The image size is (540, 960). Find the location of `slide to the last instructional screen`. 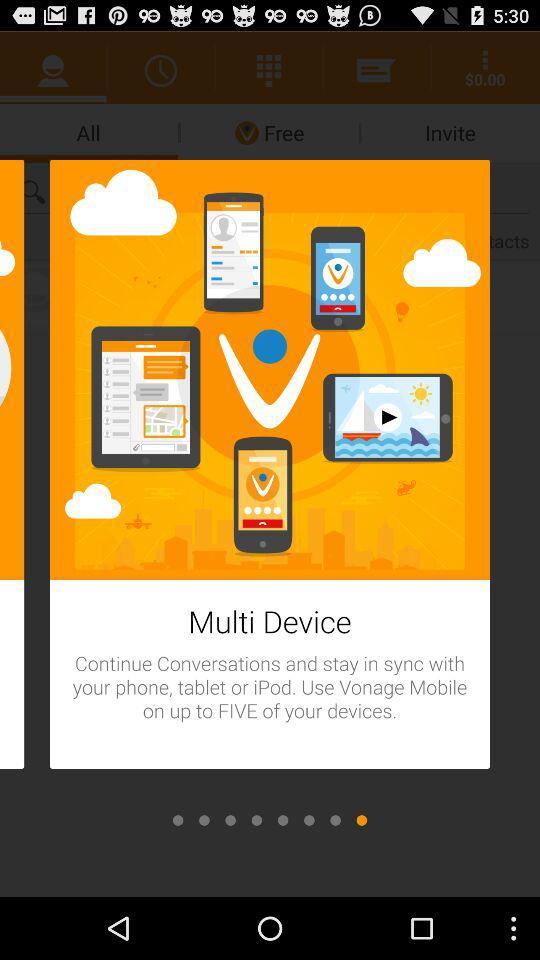

slide to the last instructional screen is located at coordinates (360, 820).